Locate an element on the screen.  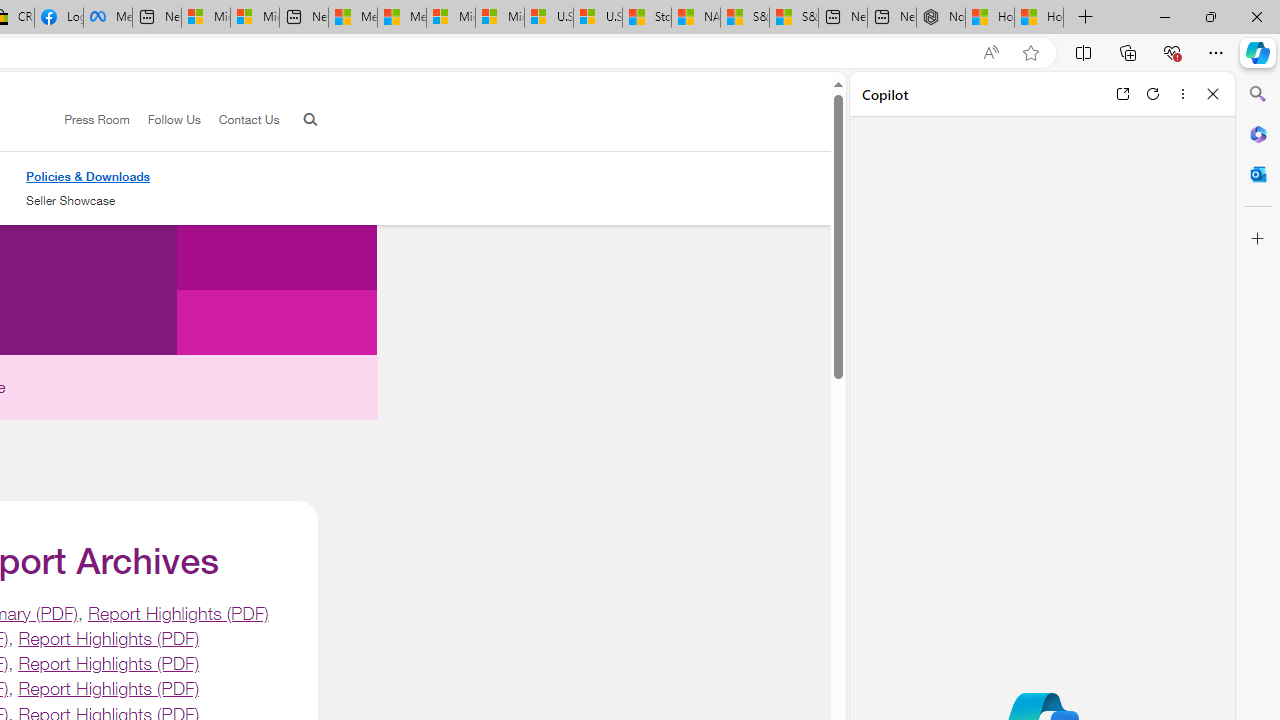
'Seller Showcase' is located at coordinates (71, 200).